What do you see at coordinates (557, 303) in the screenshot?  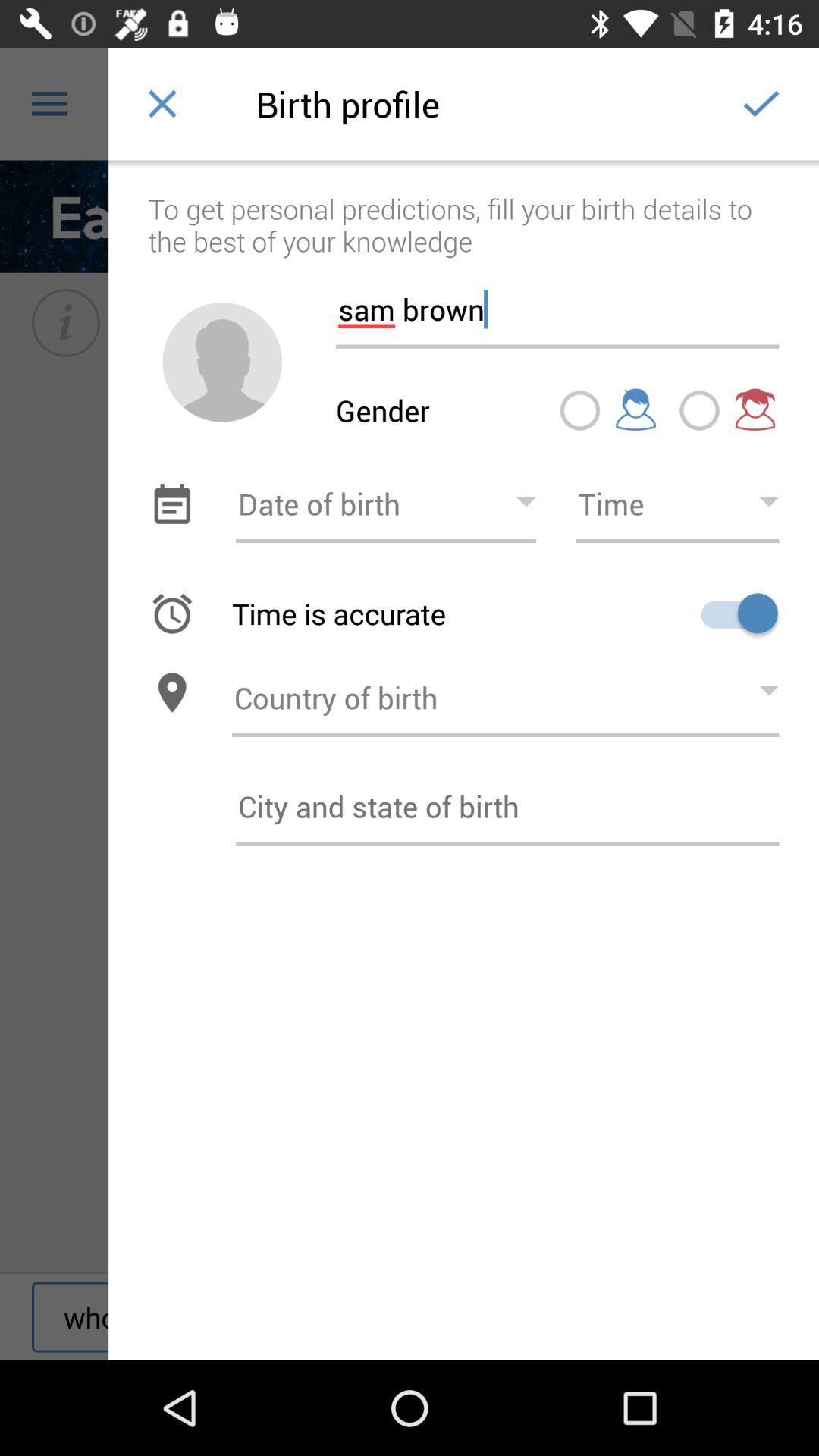 I see `the sam brown item` at bounding box center [557, 303].